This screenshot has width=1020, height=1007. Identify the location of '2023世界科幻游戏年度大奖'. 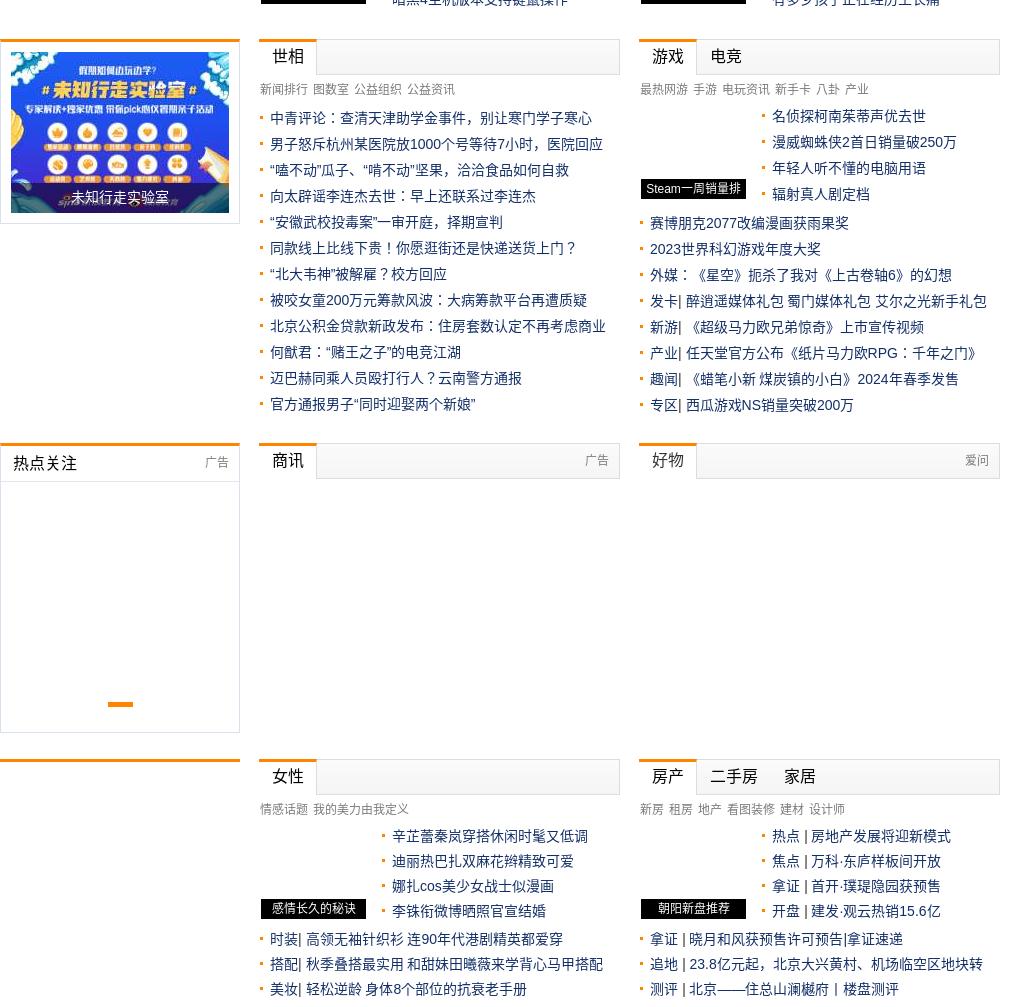
(735, 249).